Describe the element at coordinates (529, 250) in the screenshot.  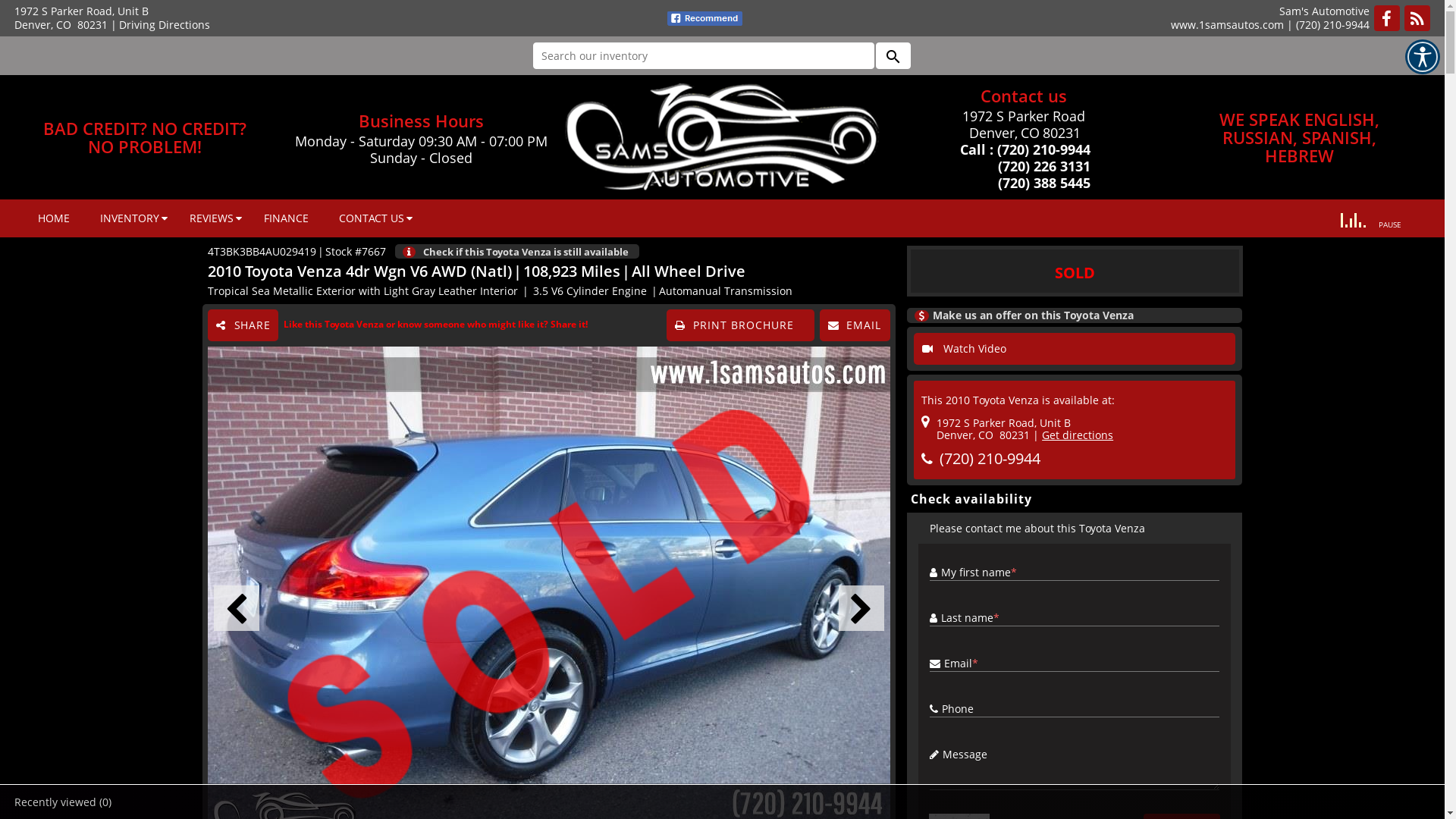
I see `'Check if this Toyota Venza is still available'` at that location.